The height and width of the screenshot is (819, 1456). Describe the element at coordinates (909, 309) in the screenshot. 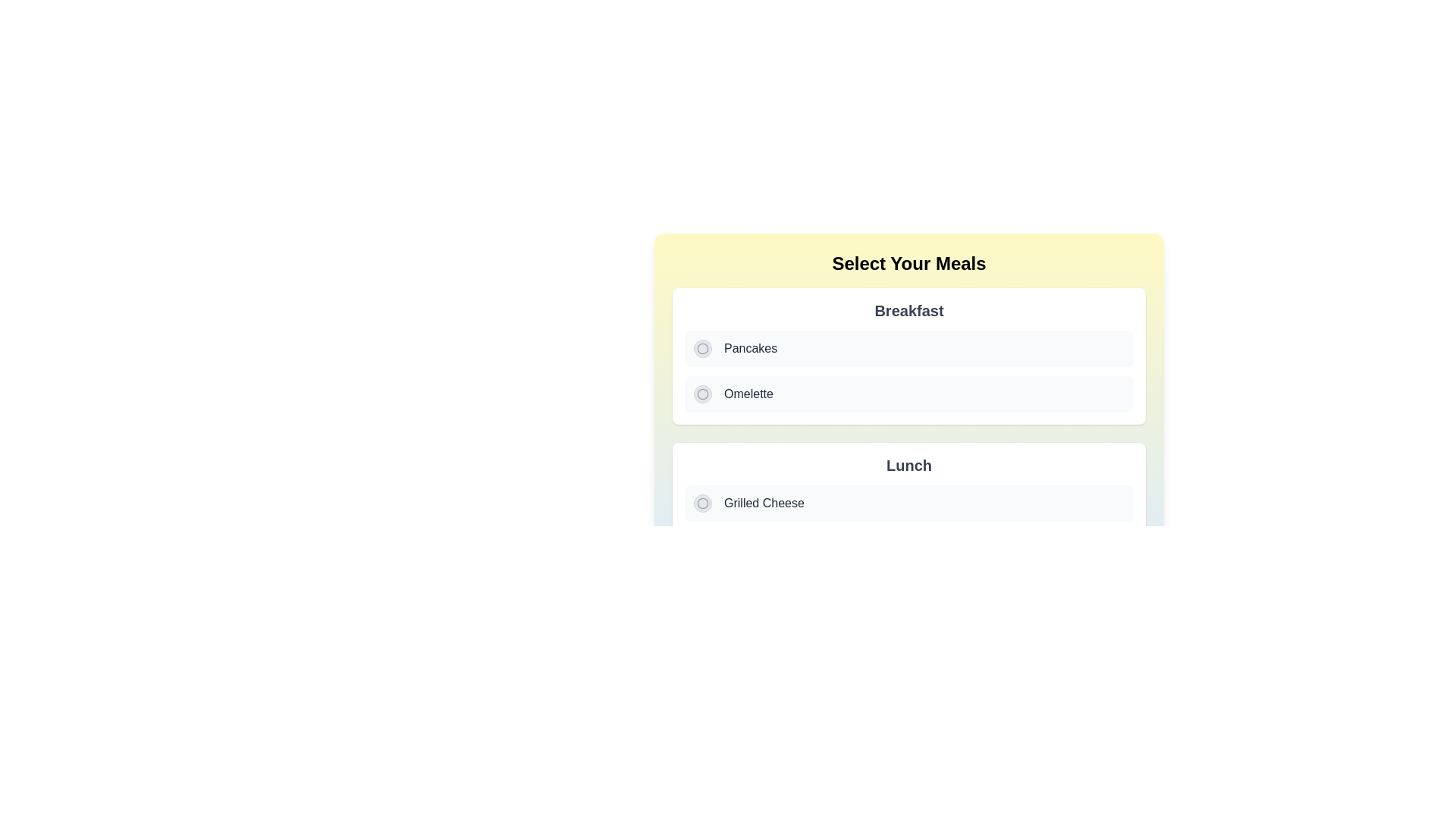

I see `text label indicating the meal category (Breakfast) located at the center of the white card section with rounded corners and shadows, positioned above the items like 'Pancakes' and 'Omelette'` at that location.